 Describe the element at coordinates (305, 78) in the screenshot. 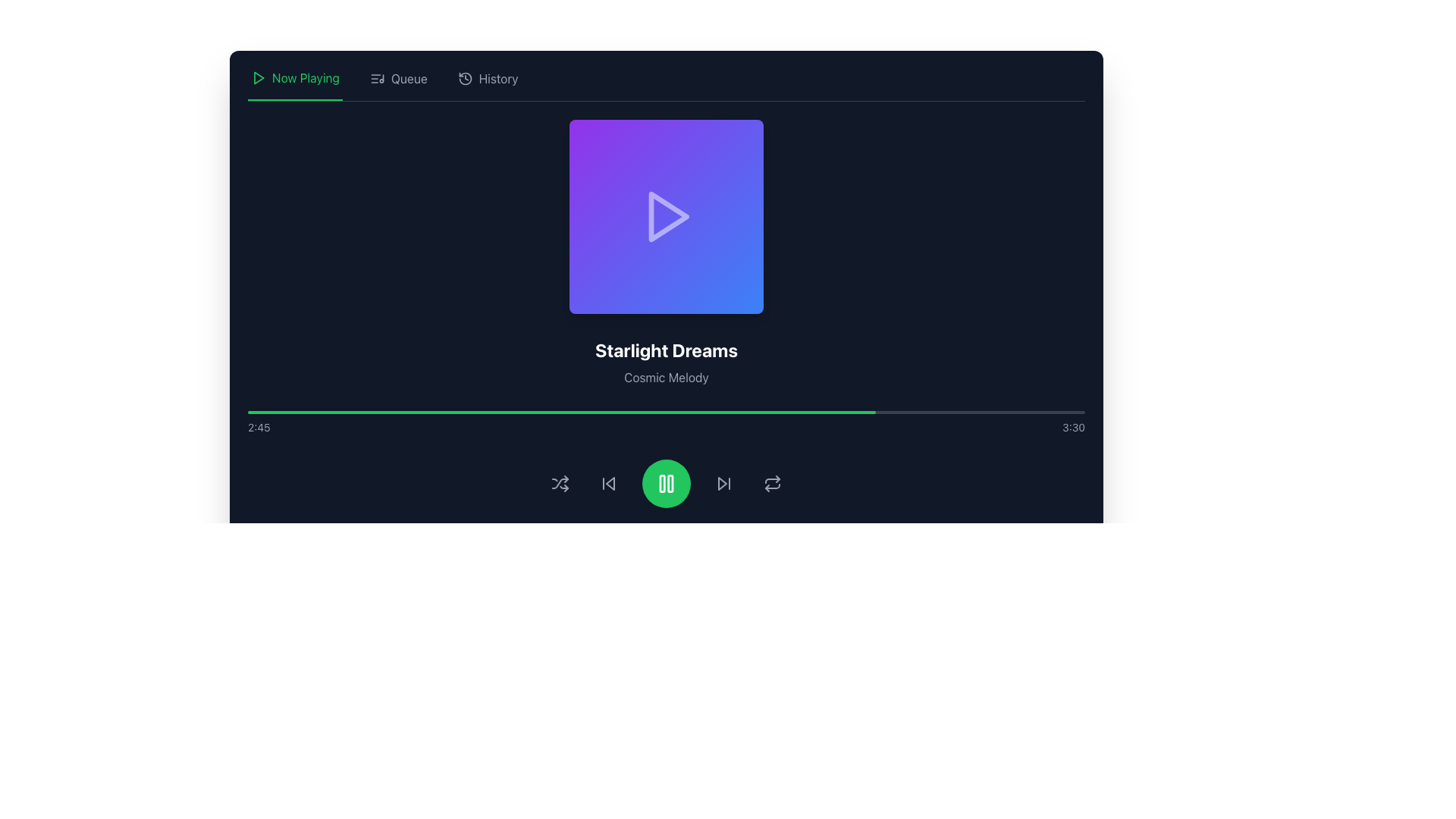

I see `the 'Now Playing' text label located in the top-left corner of the interface, which indicates the current view or status in the application` at that location.